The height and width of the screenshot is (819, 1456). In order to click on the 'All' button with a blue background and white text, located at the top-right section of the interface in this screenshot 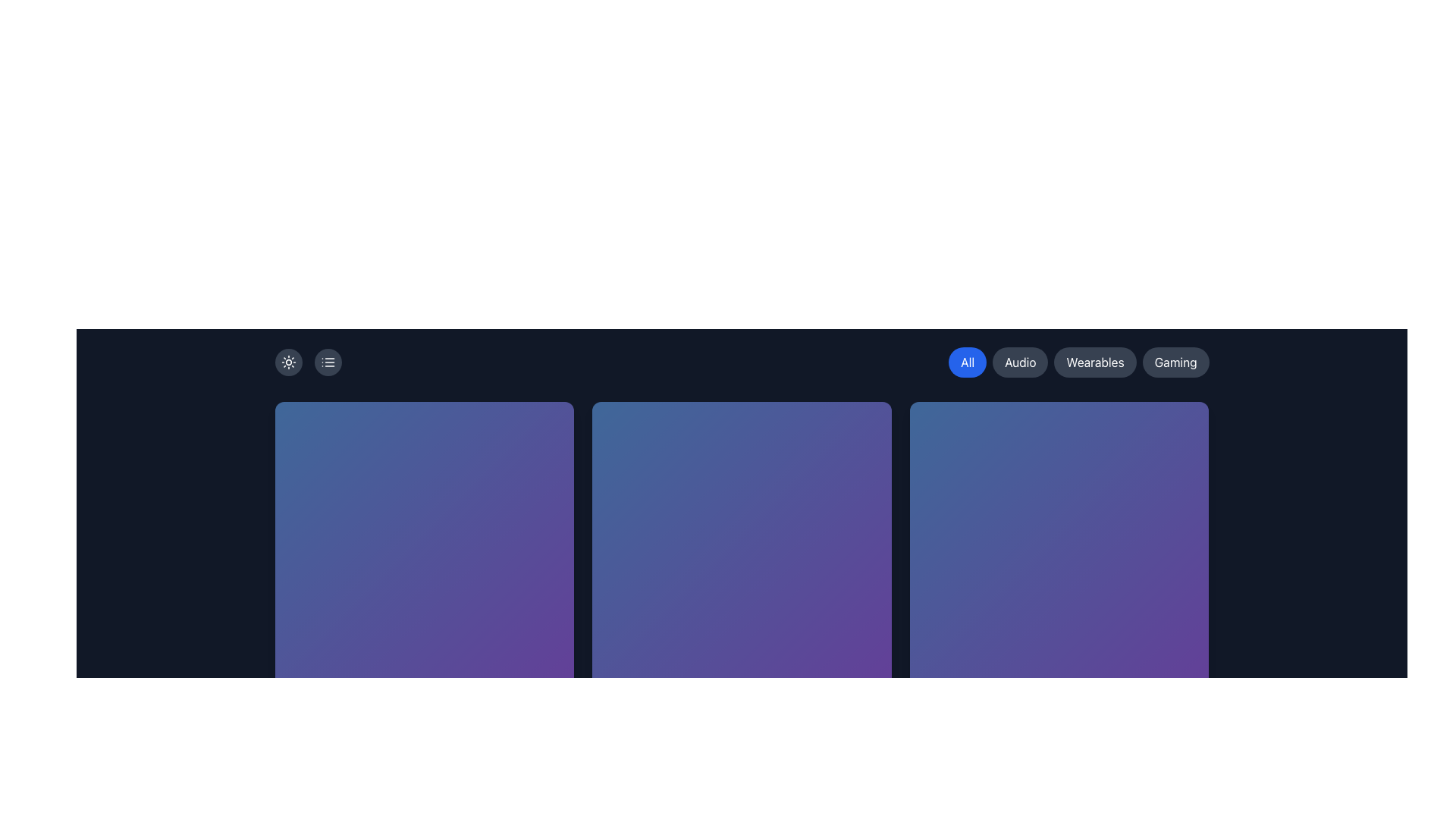, I will do `click(967, 362)`.